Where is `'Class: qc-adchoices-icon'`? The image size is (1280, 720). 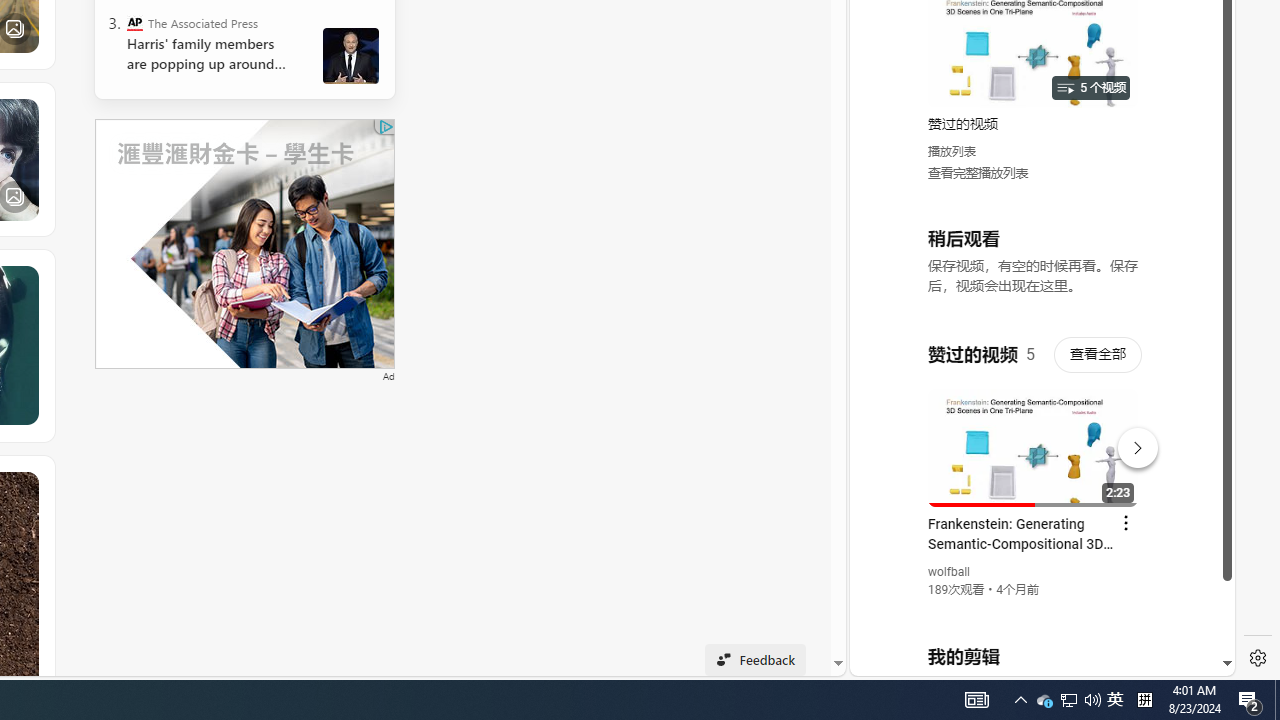
'Class: qc-adchoices-icon' is located at coordinates (386, 127).